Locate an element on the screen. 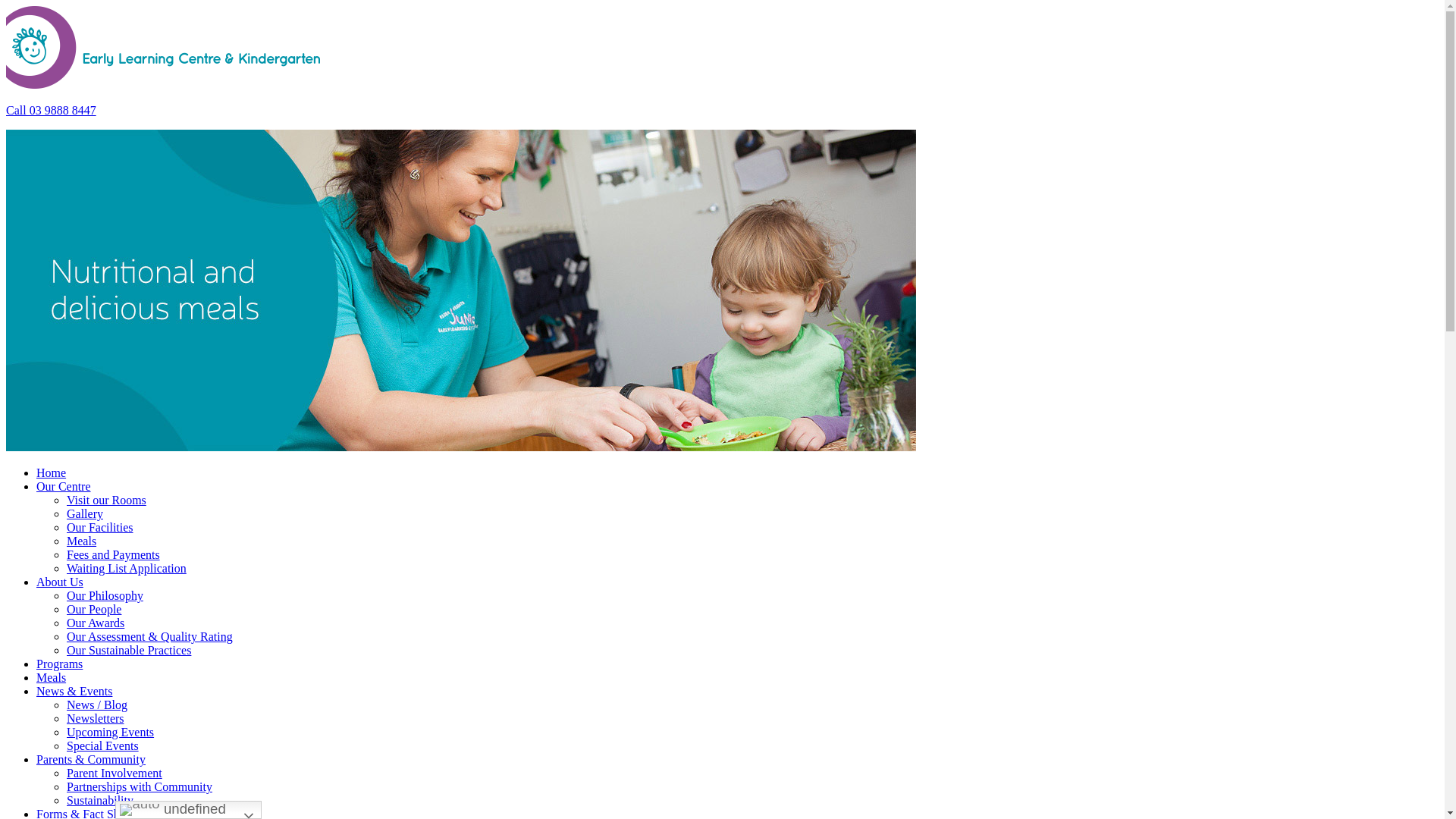 Image resolution: width=1456 pixels, height=819 pixels. 'Our Sustainable Practices' is located at coordinates (128, 649).